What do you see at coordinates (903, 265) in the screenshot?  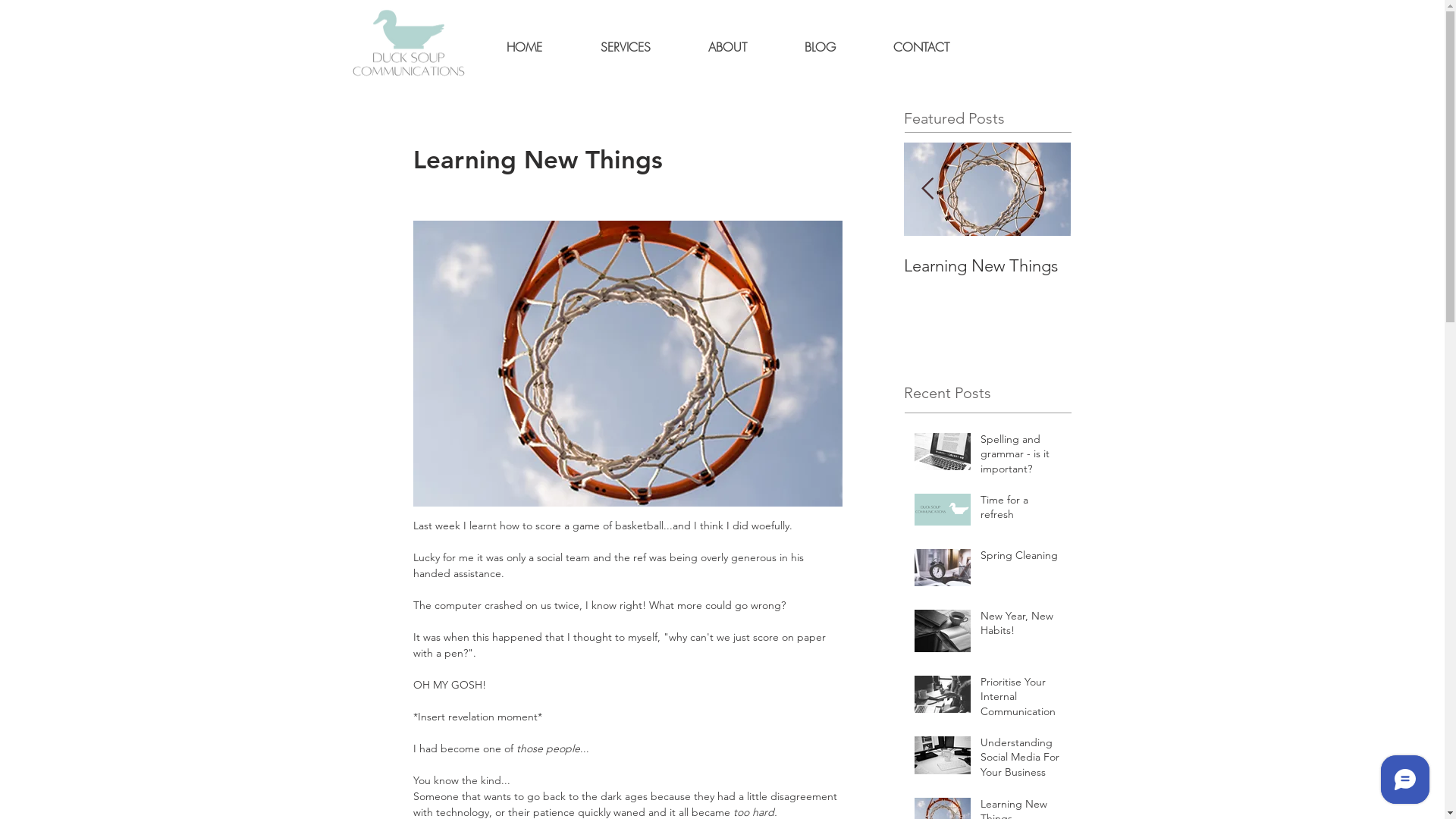 I see `'Learning New Things'` at bounding box center [903, 265].